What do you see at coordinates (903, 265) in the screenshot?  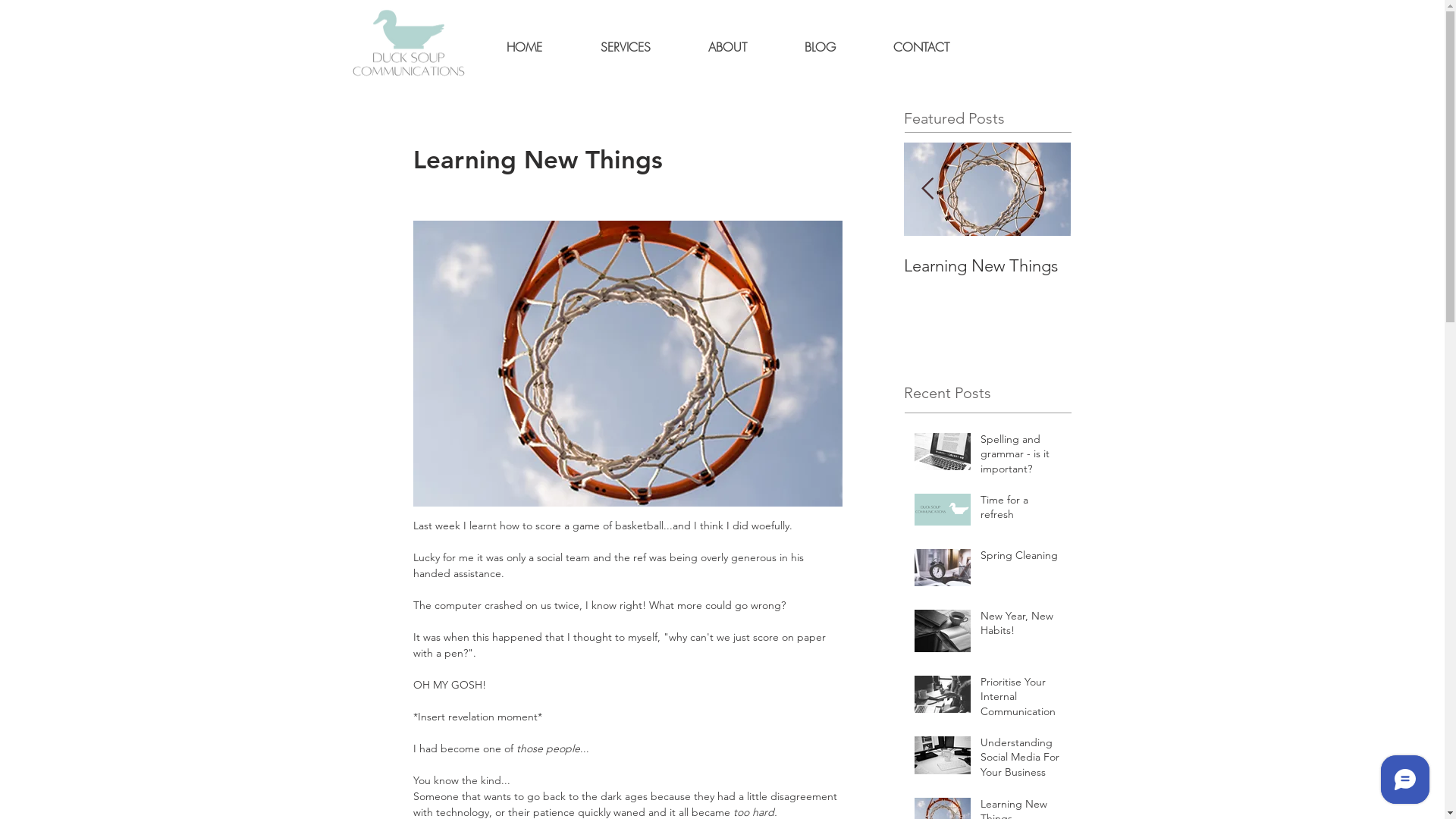 I see `'Learning New Things'` at bounding box center [903, 265].